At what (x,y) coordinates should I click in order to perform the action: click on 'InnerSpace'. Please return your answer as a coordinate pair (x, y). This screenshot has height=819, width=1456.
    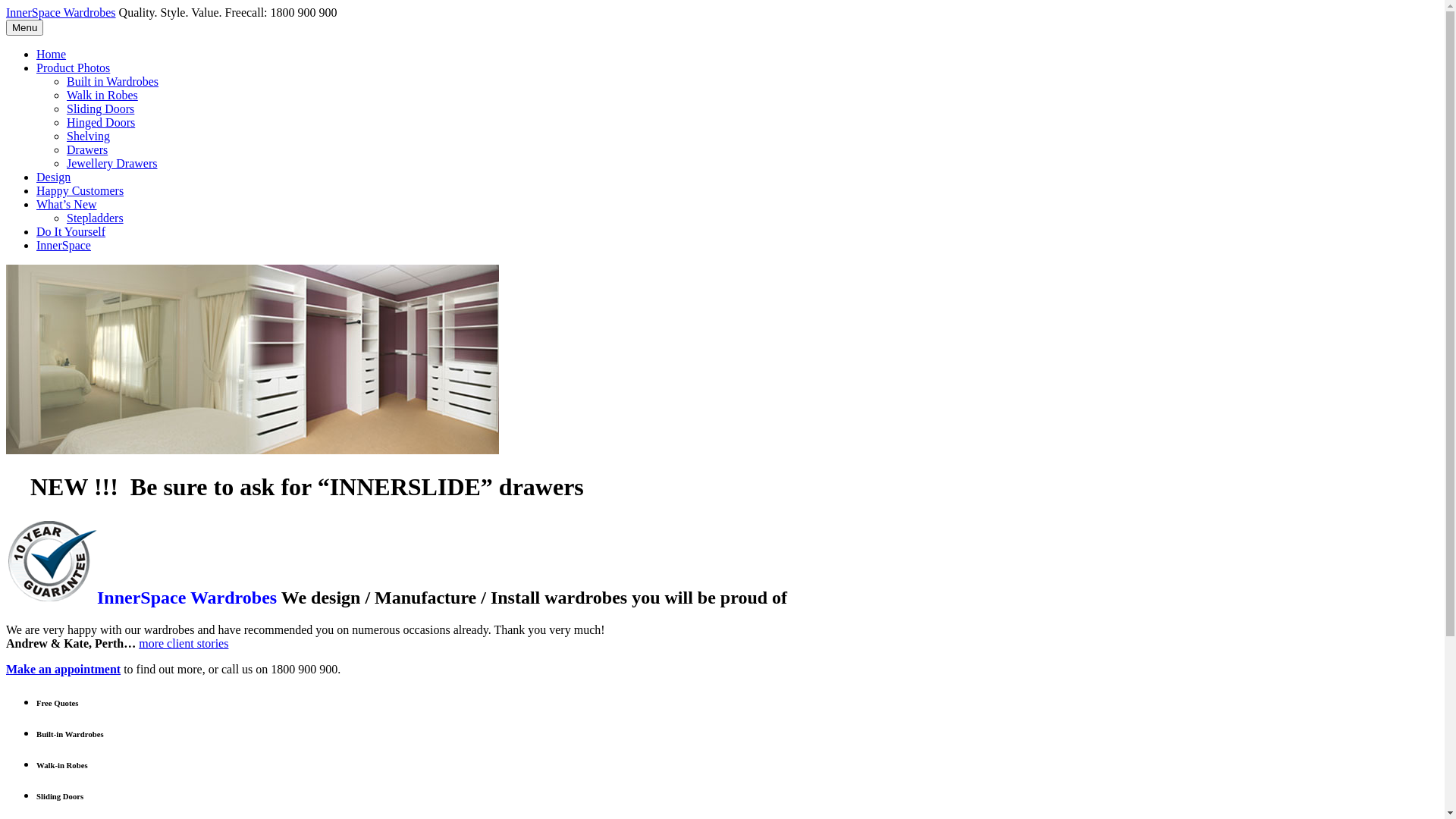
    Looking at the image, I should click on (62, 244).